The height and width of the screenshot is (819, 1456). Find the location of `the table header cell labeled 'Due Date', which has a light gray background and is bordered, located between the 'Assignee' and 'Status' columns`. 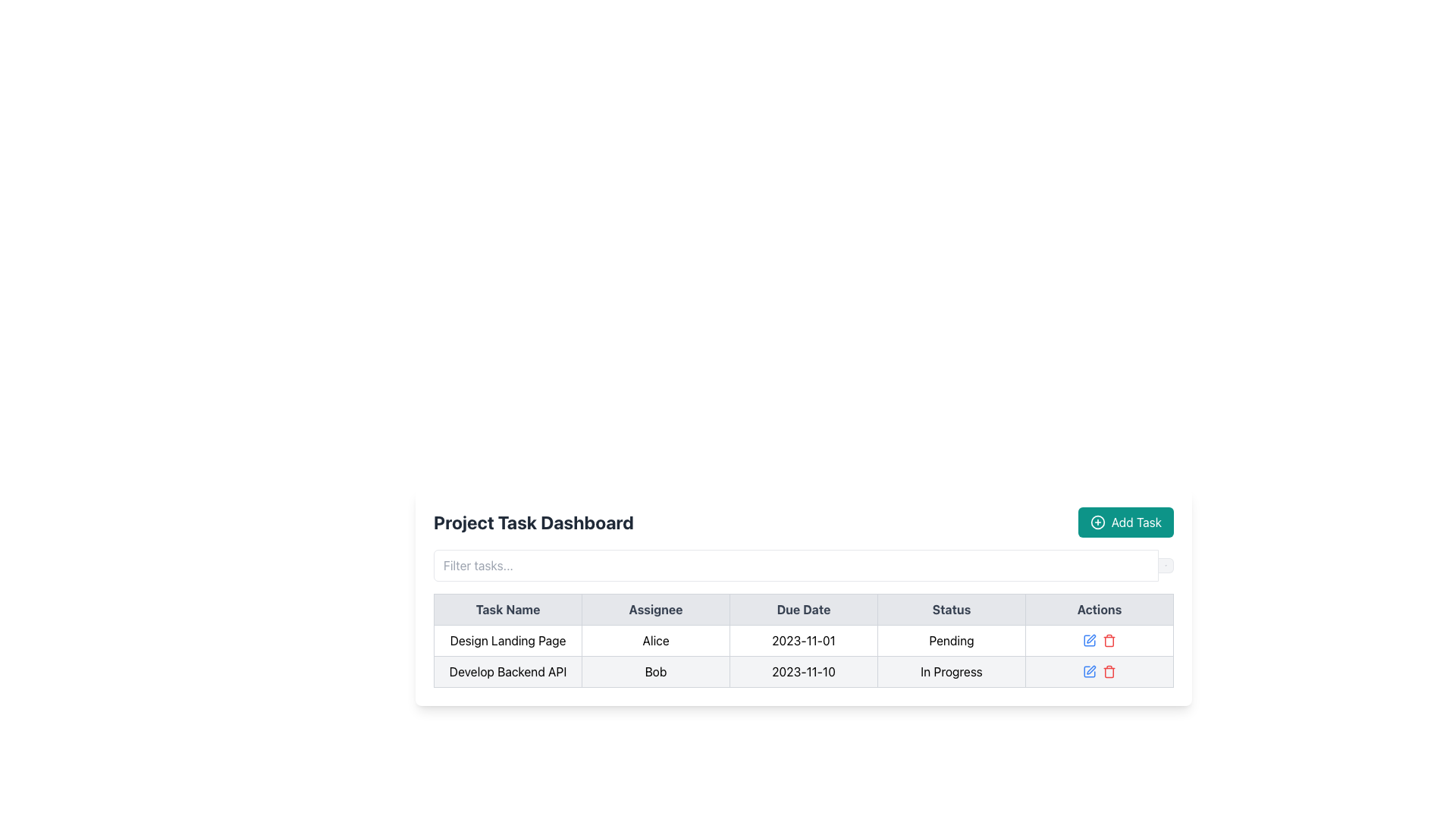

the table header cell labeled 'Due Date', which has a light gray background and is bordered, located between the 'Assignee' and 'Status' columns is located at coordinates (803, 608).